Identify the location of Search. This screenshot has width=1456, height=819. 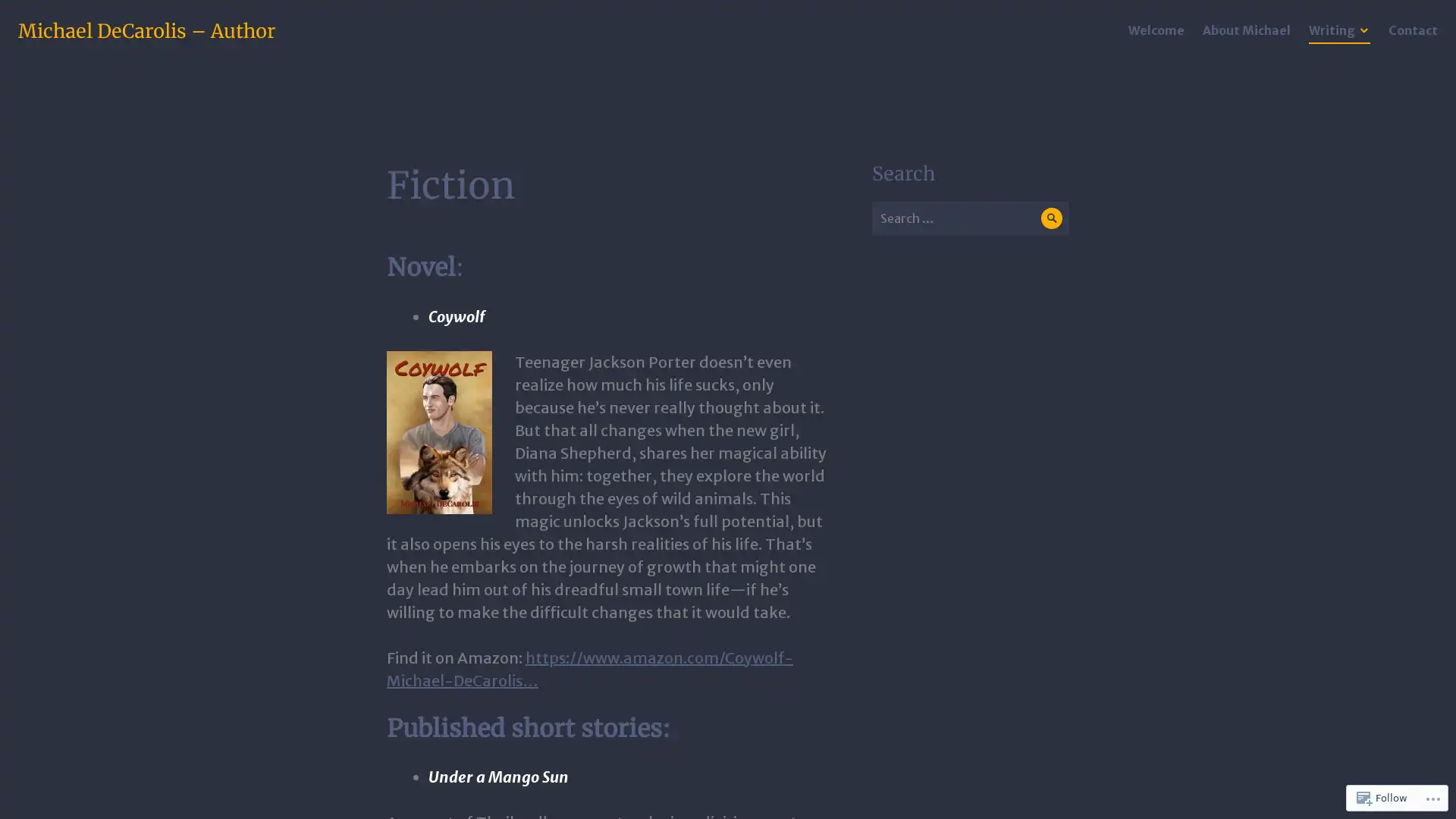
(1050, 218).